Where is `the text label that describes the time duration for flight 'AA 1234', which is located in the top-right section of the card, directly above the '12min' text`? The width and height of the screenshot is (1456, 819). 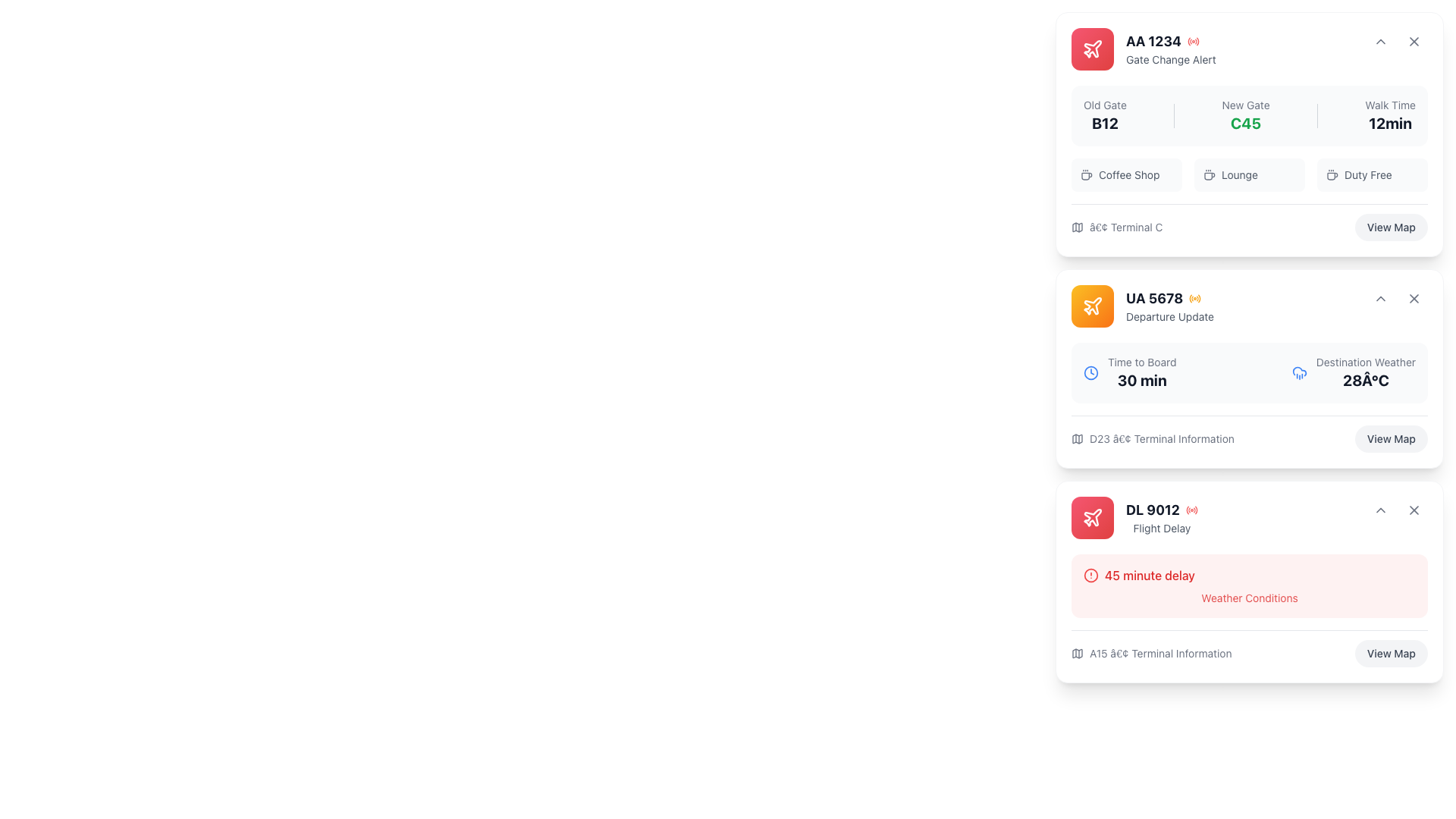 the text label that describes the time duration for flight 'AA 1234', which is located in the top-right section of the card, directly above the '12min' text is located at coordinates (1390, 104).